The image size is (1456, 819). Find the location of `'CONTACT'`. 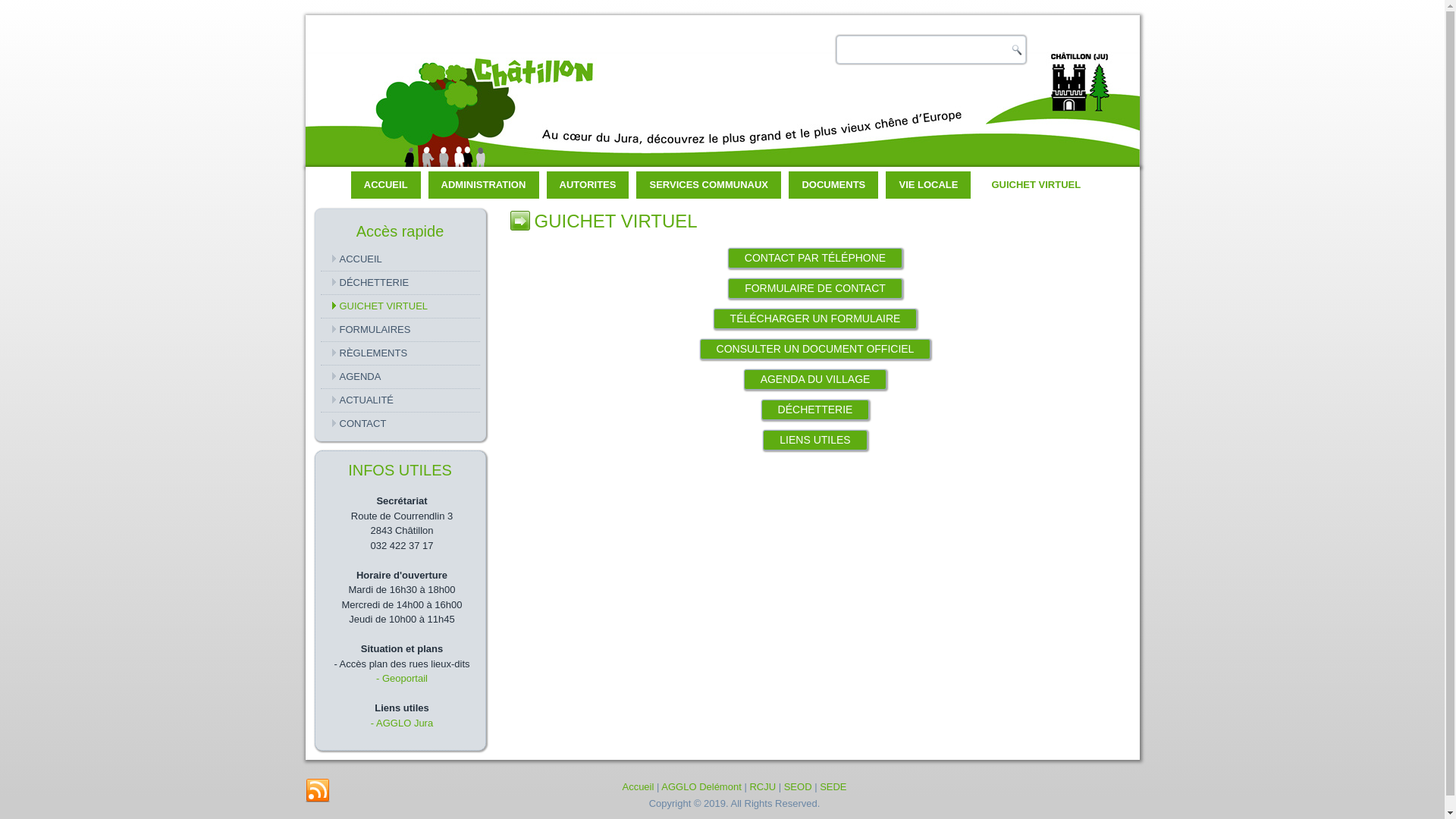

'CONTACT' is located at coordinates (400, 424).